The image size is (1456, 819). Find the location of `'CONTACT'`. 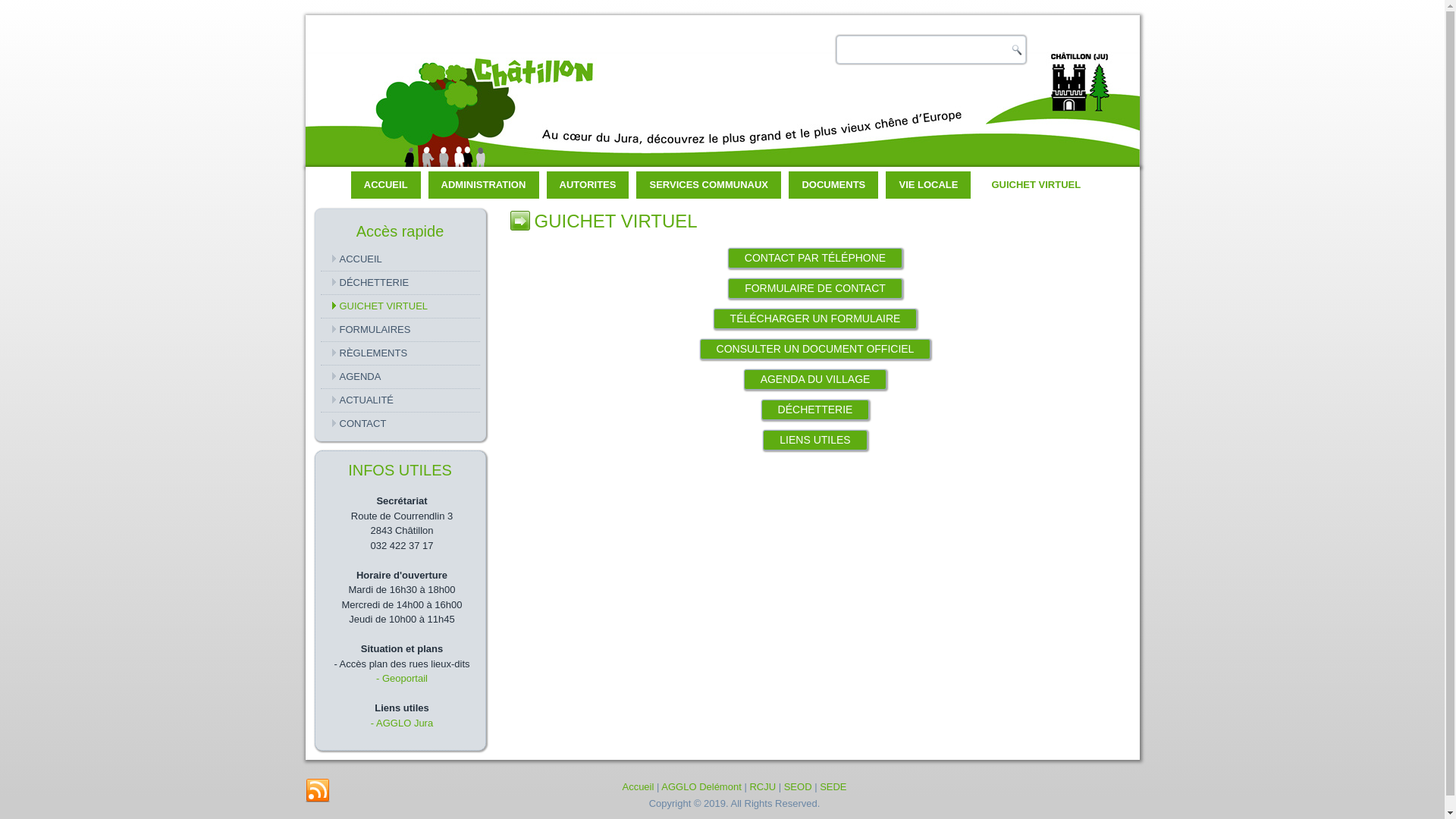

'CONTACT' is located at coordinates (400, 424).